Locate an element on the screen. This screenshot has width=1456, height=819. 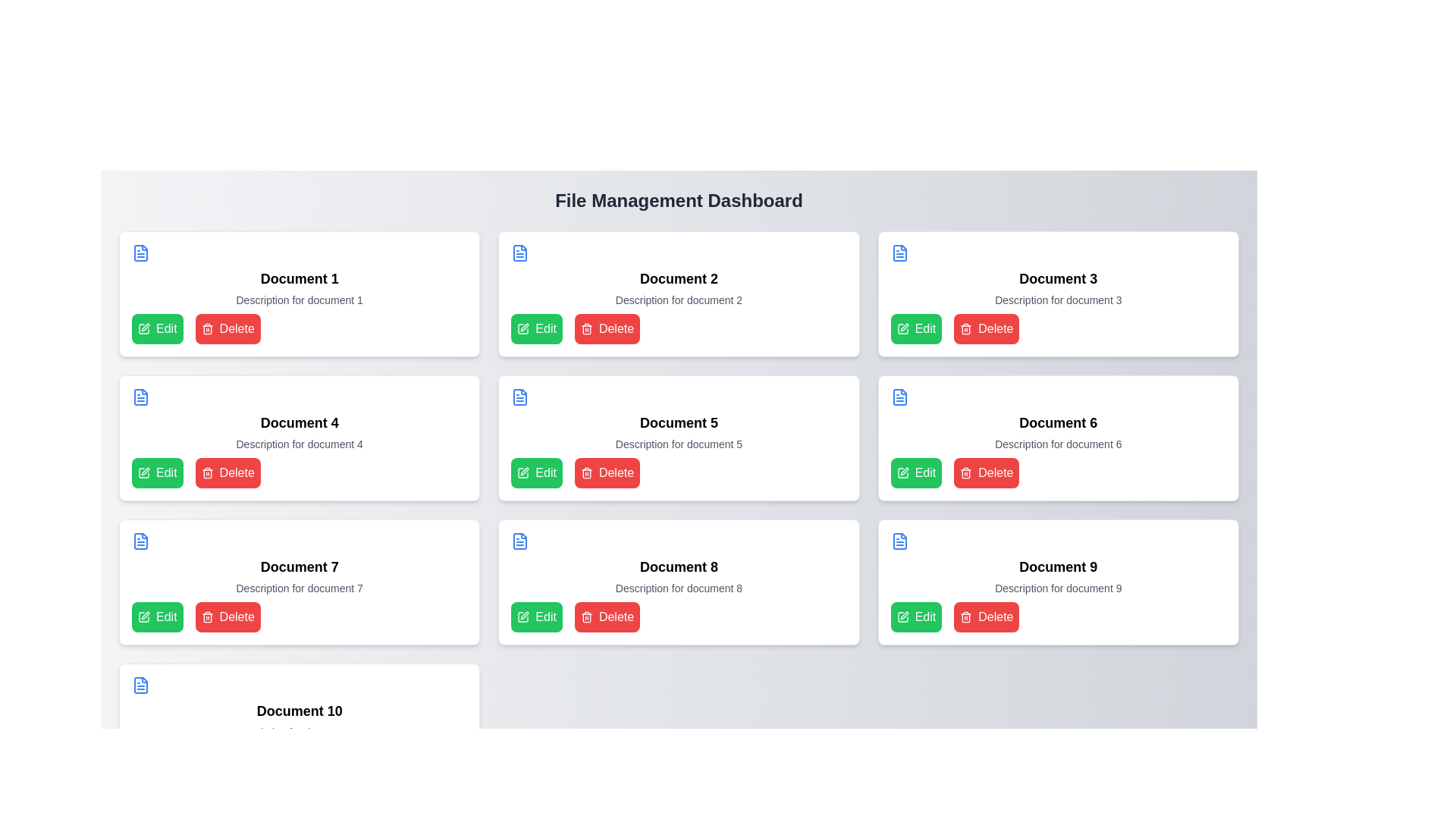
the small document file icon with a blue outline located at the top-left corner of the 'Document 6' card is located at coordinates (899, 397).